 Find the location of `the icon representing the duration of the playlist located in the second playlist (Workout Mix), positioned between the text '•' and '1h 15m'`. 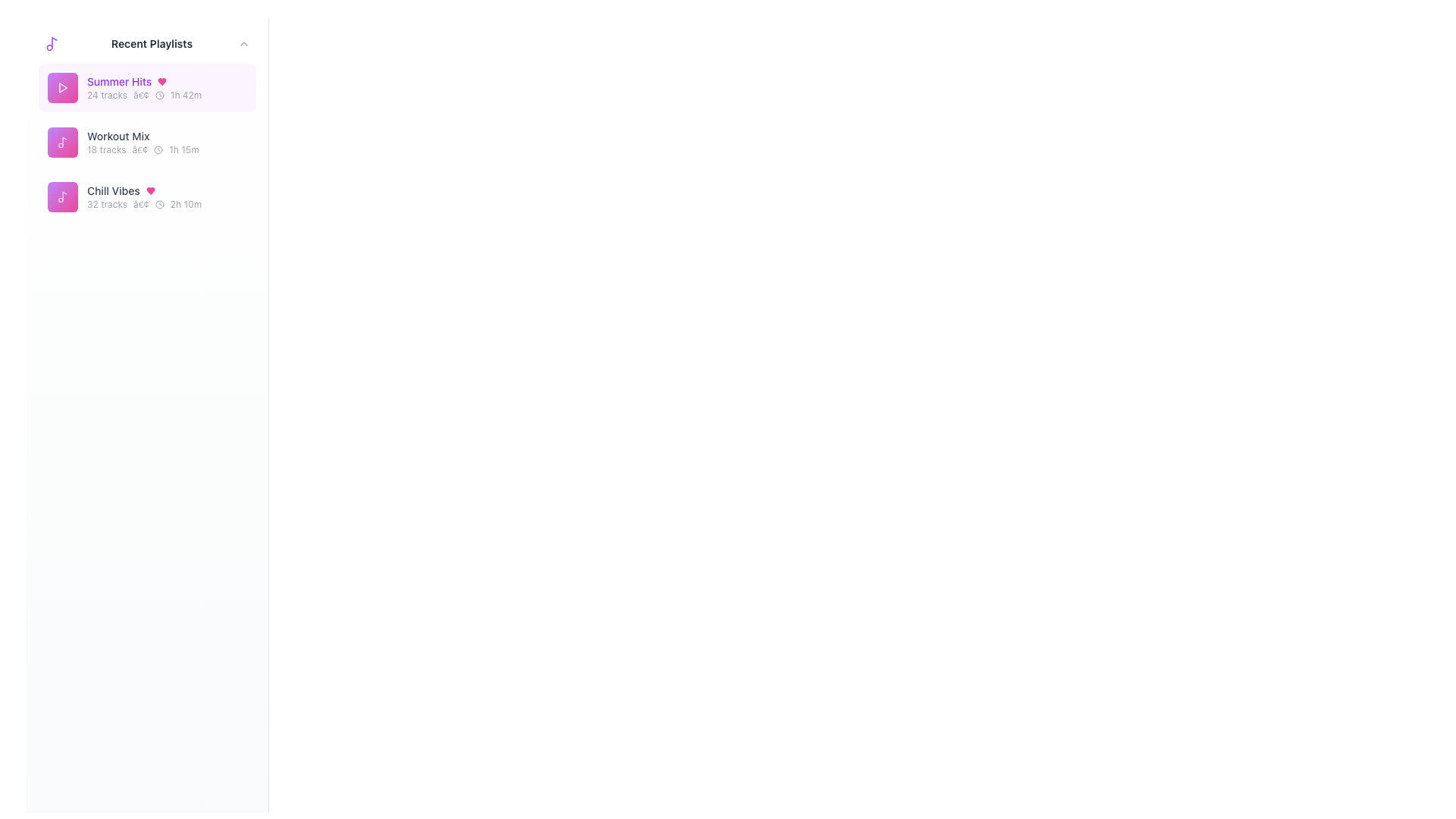

the icon representing the duration of the playlist located in the second playlist (Workout Mix), positioned between the text '•' and '1h 15m' is located at coordinates (158, 149).